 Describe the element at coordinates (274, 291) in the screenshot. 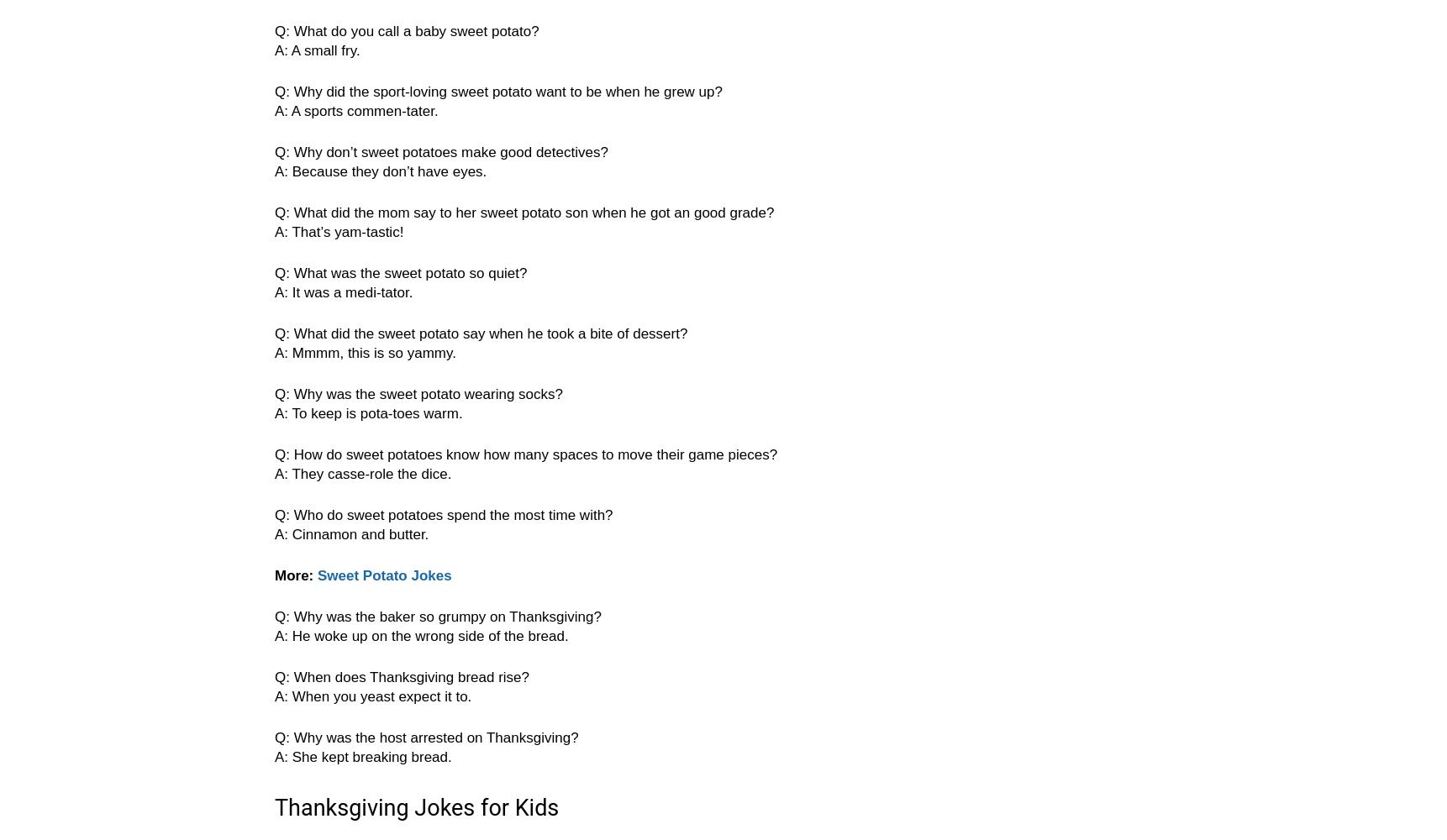

I see `'A: It was a medi-tator.'` at that location.